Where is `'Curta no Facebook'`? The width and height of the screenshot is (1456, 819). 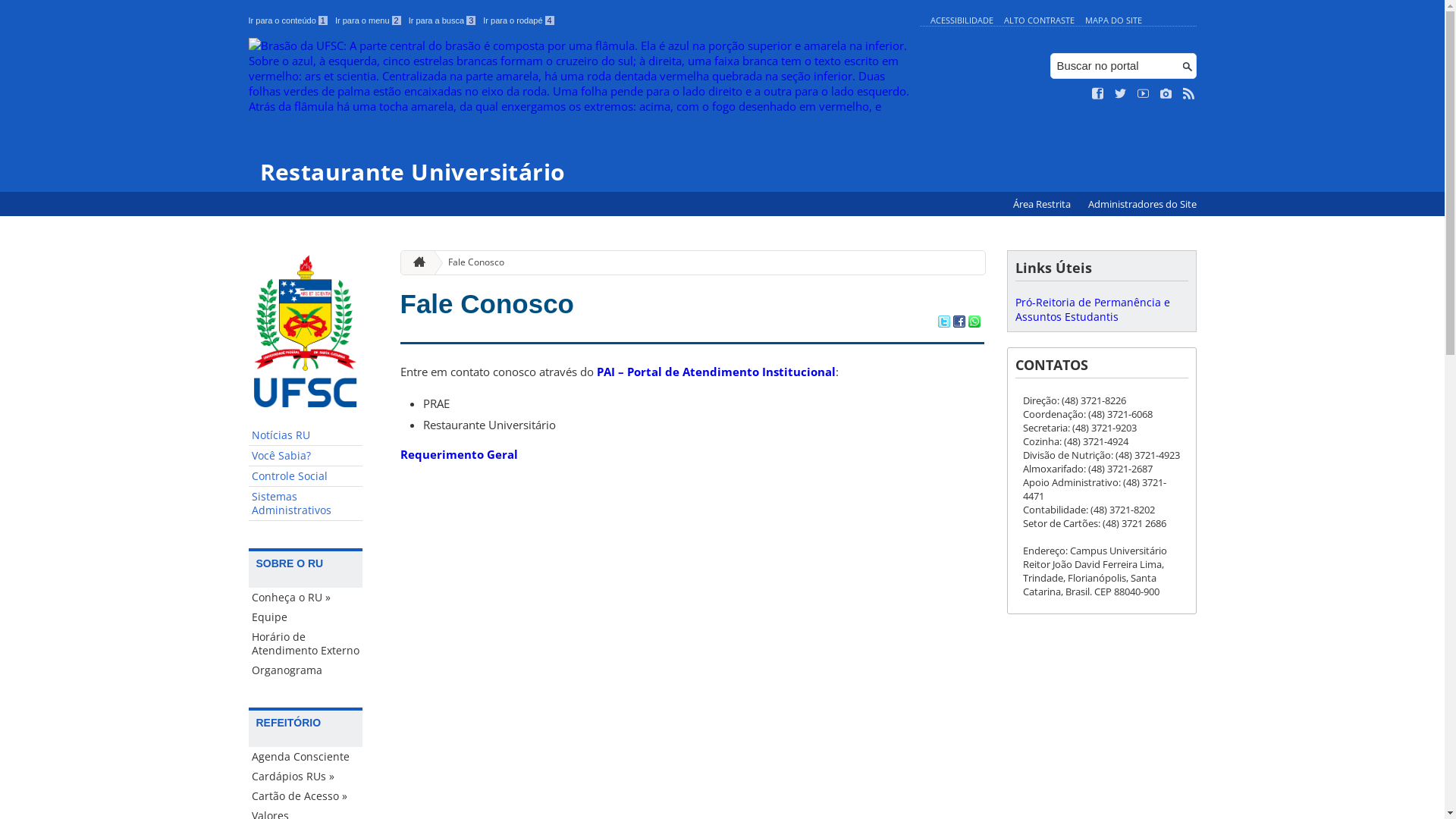 'Curta no Facebook' is located at coordinates (1098, 93).